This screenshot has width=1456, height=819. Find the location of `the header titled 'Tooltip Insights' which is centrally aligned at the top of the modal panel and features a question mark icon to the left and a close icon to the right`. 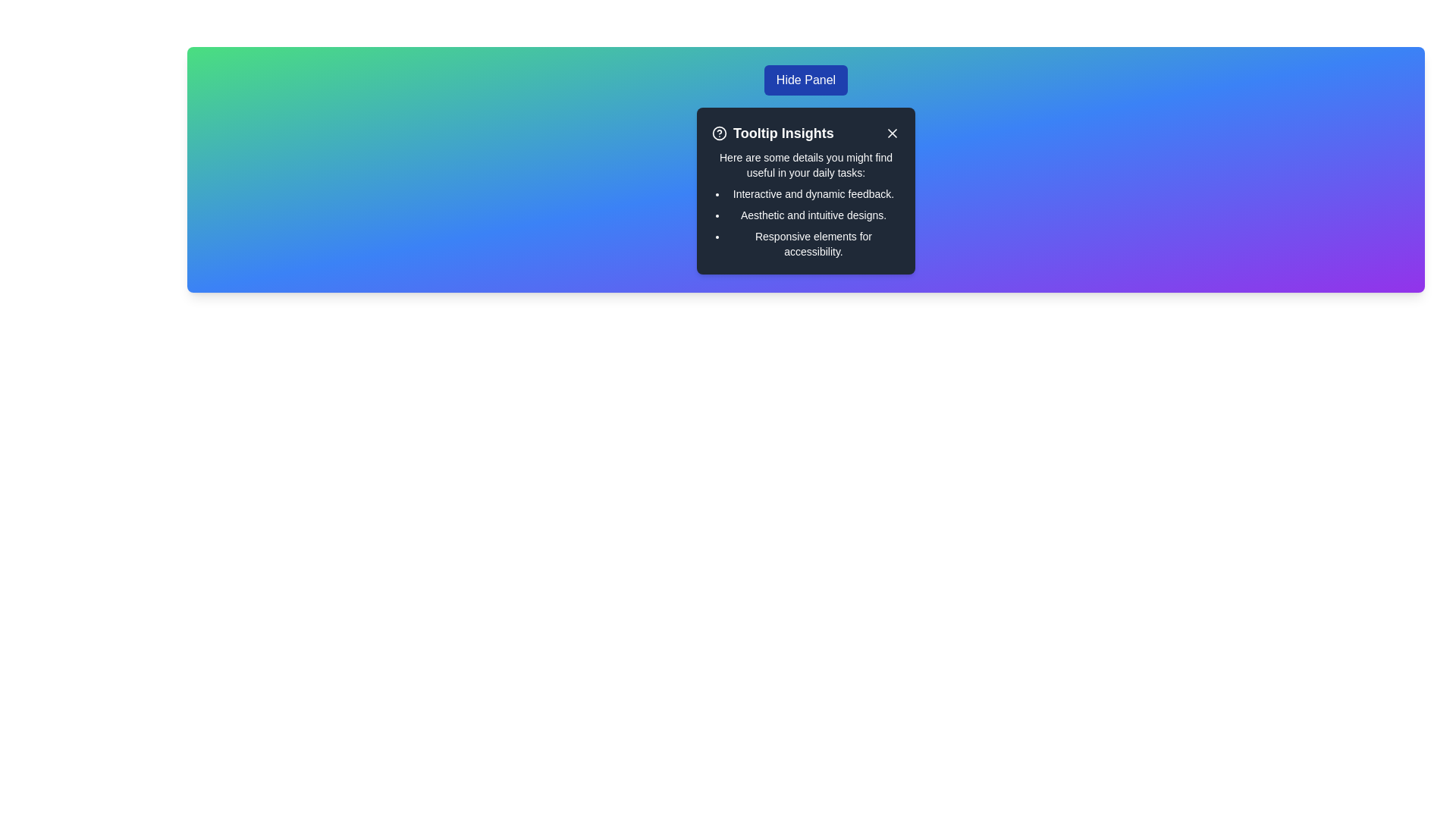

the header titled 'Tooltip Insights' which is centrally aligned at the top of the modal panel and features a question mark icon to the left and a close icon to the right is located at coordinates (805, 133).